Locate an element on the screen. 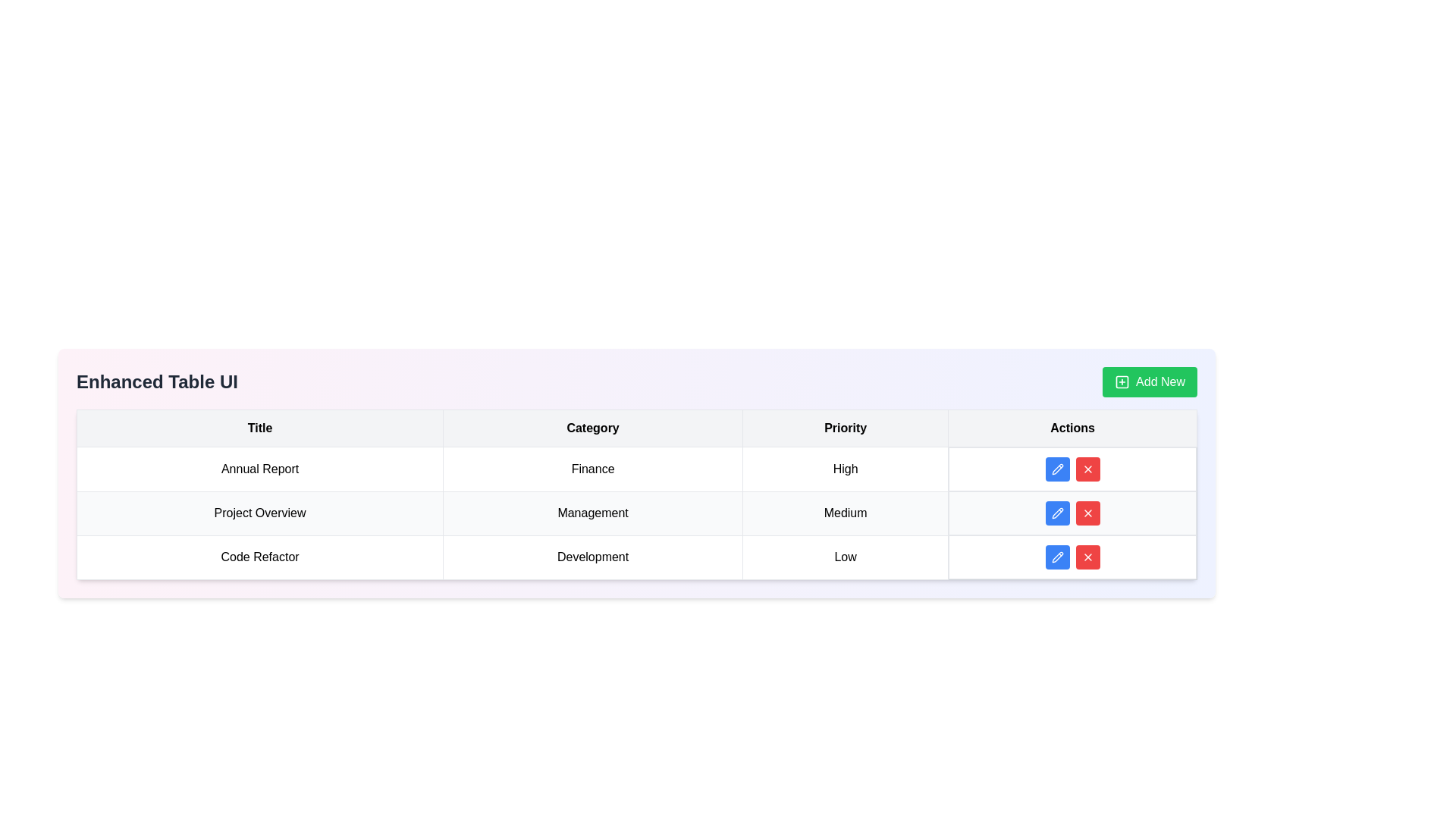  the first button in the 'Actions' column of the table corresponding to the 'Annual Report' entry is located at coordinates (1056, 468).